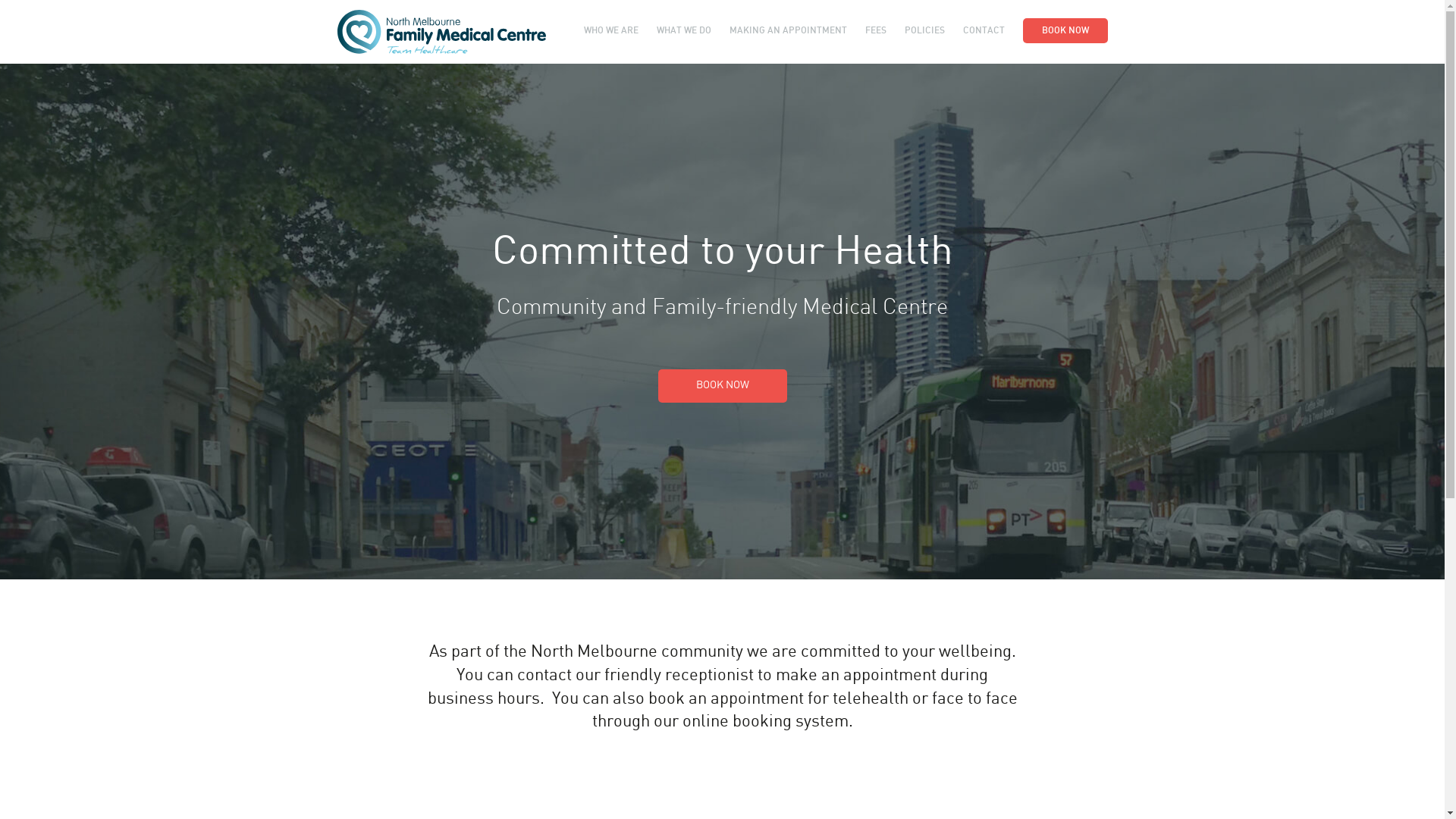 This screenshot has height=819, width=1456. I want to click on 'MAKING AN APPOINTMENT', so click(788, 30).